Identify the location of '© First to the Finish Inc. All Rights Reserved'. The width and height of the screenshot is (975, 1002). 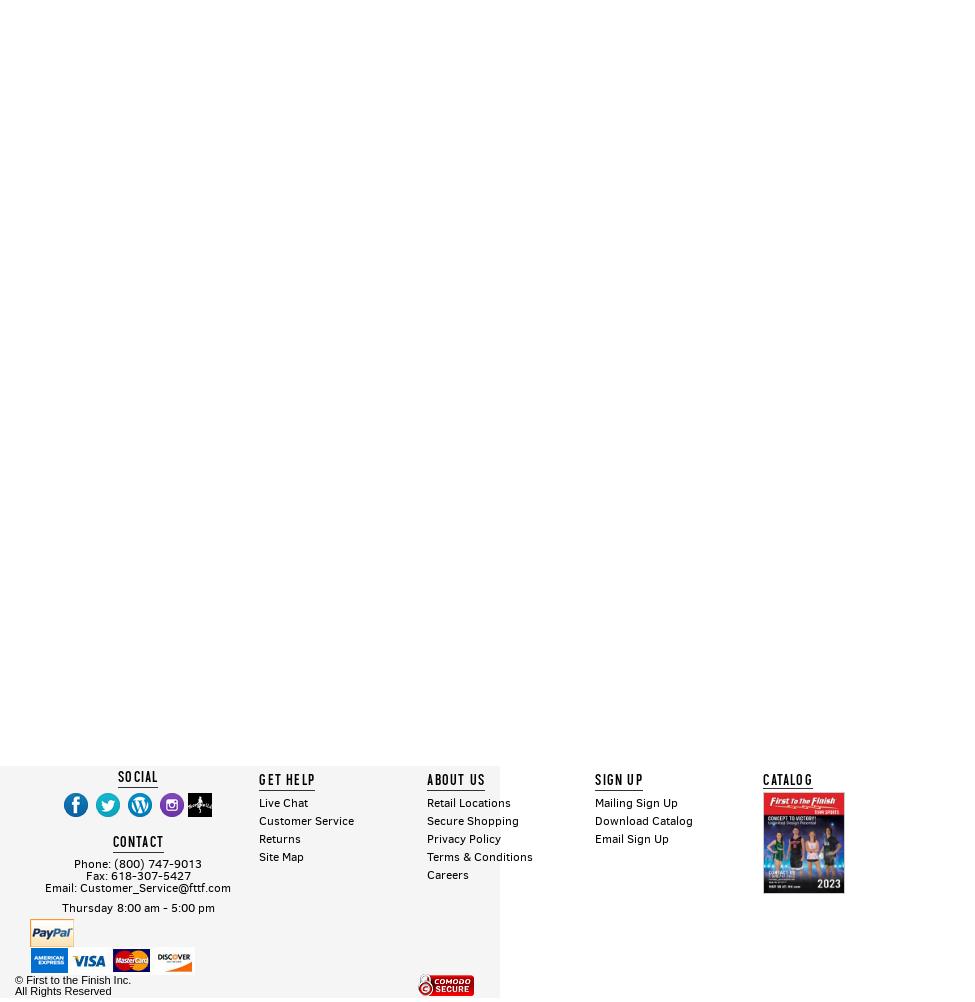
(15, 984).